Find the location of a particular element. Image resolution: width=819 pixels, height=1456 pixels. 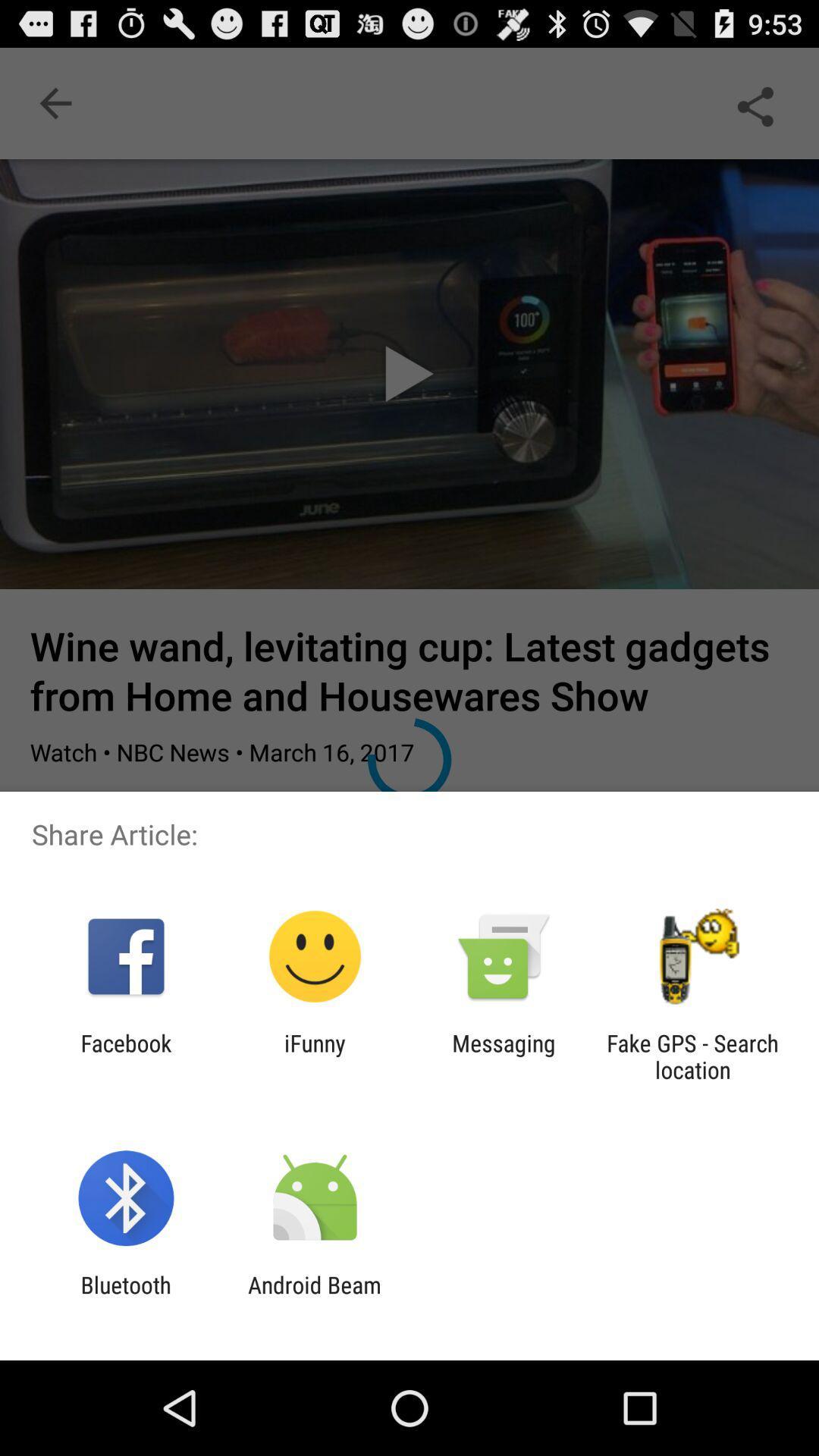

the app to the left of fake gps search app is located at coordinates (504, 1056).